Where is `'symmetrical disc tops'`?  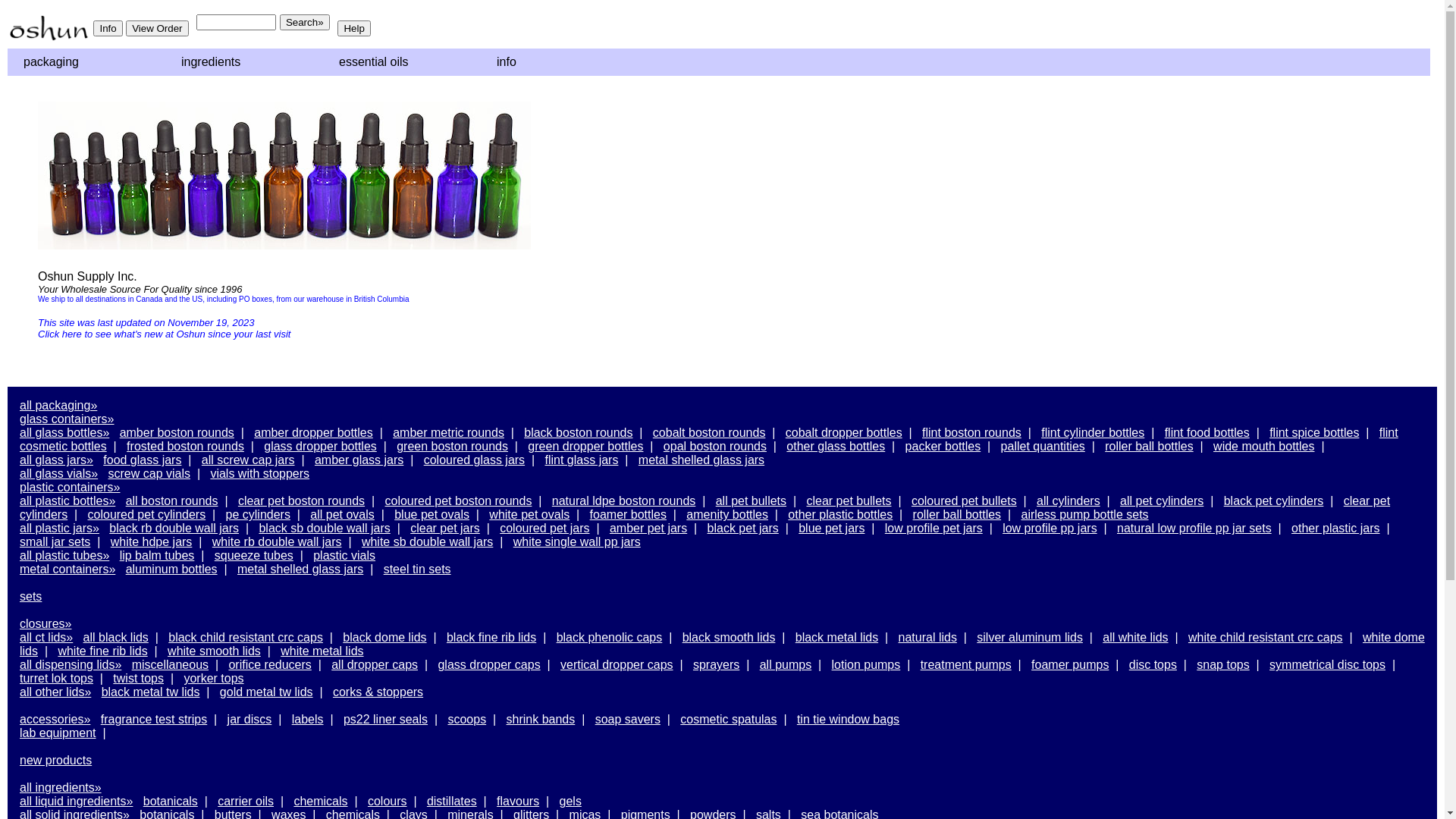 'symmetrical disc tops' is located at coordinates (1326, 664).